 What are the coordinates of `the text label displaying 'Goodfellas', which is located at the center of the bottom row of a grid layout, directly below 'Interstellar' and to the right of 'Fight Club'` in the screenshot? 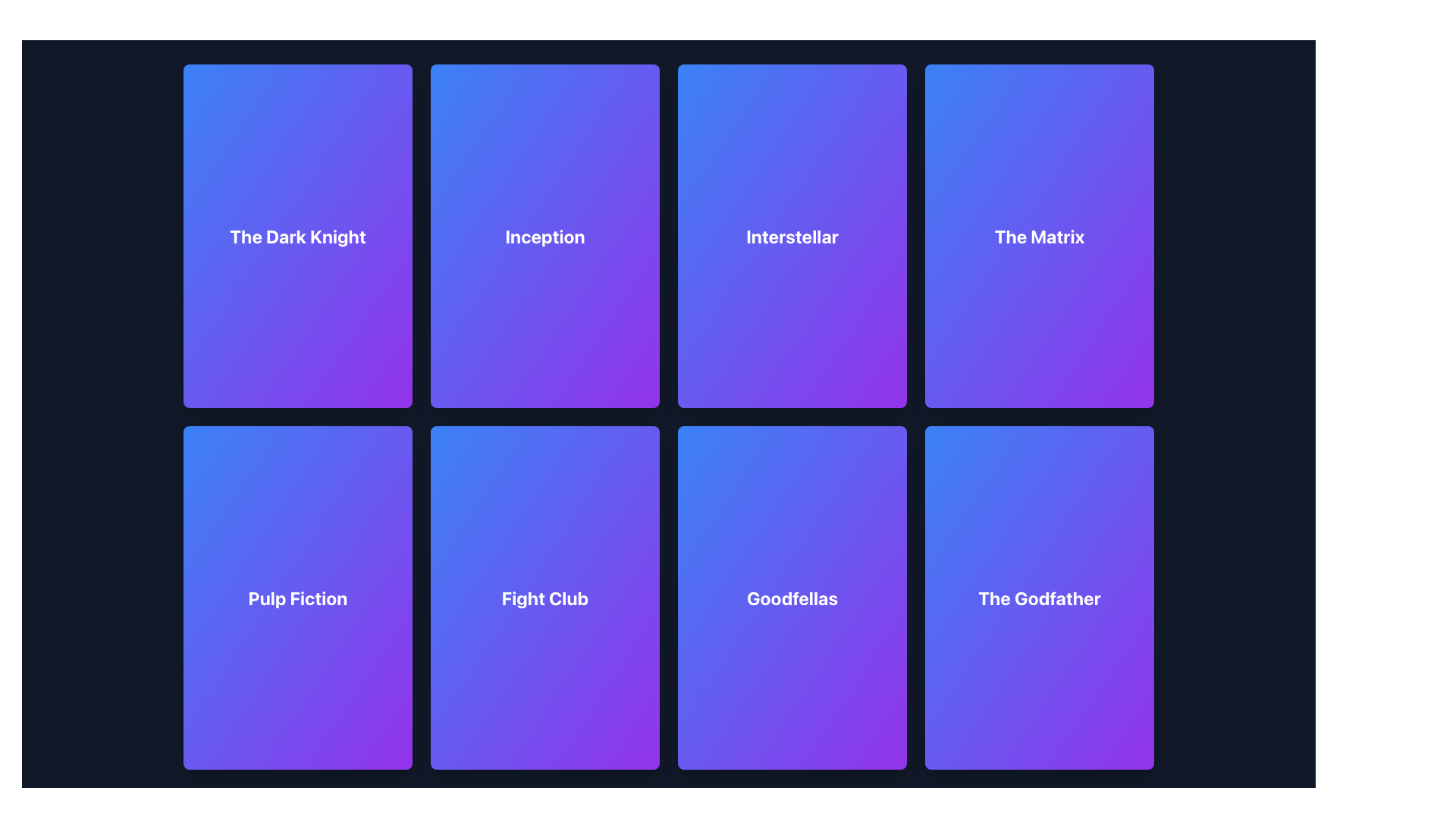 It's located at (792, 596).